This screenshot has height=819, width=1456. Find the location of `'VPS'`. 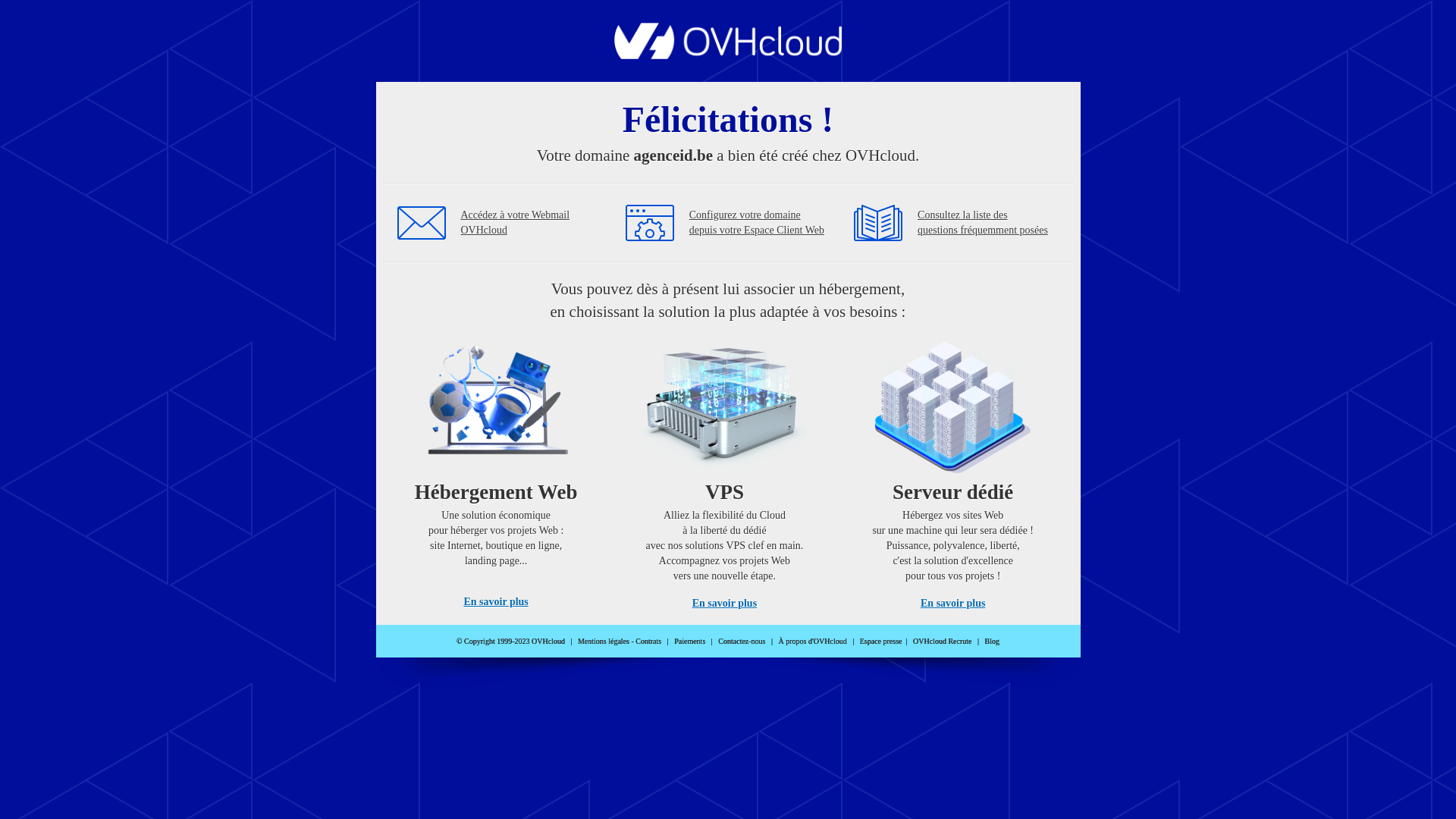

'VPS' is located at coordinates (639, 469).